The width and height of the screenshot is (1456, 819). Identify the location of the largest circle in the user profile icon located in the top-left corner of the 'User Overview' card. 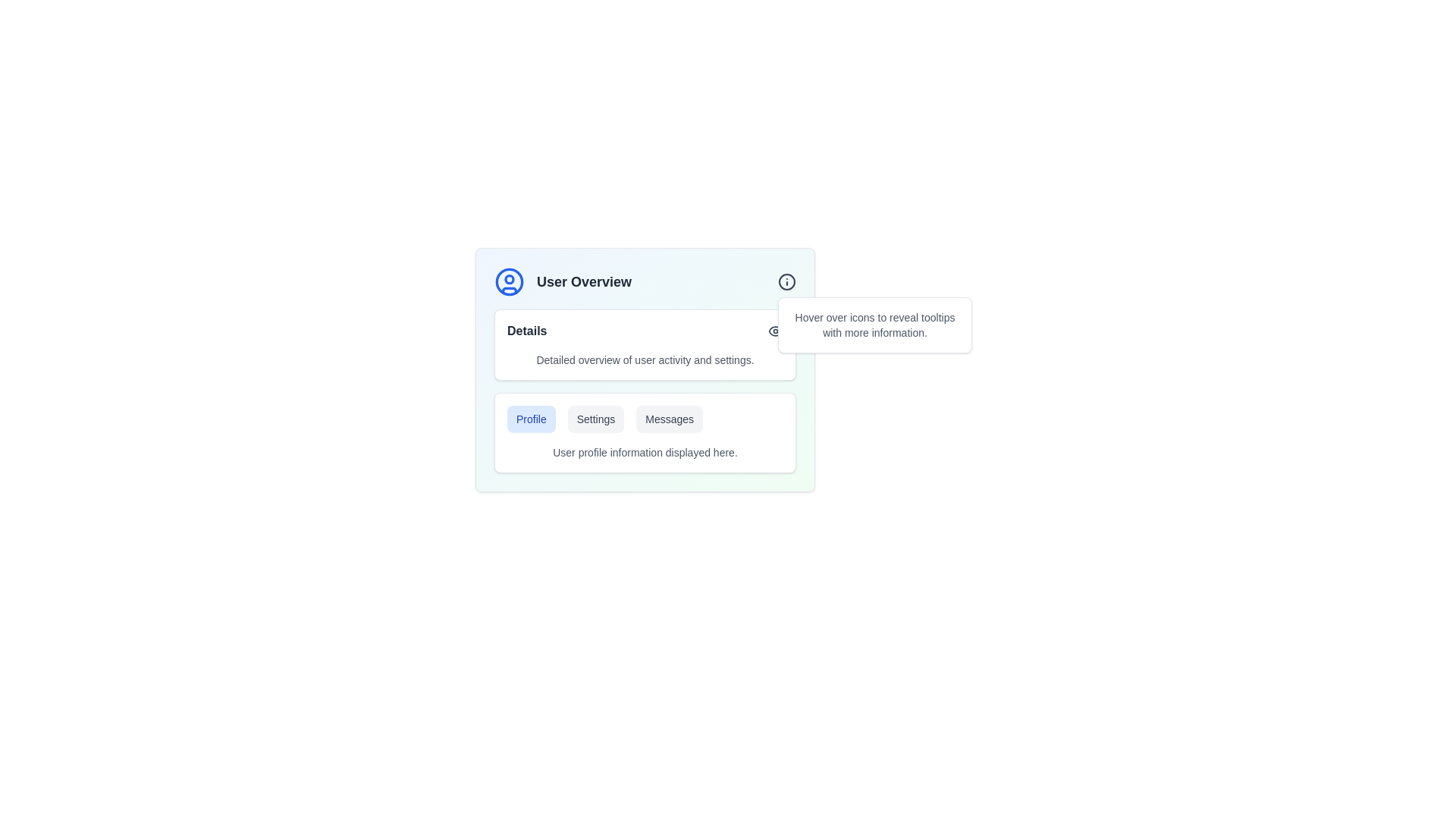
(510, 281).